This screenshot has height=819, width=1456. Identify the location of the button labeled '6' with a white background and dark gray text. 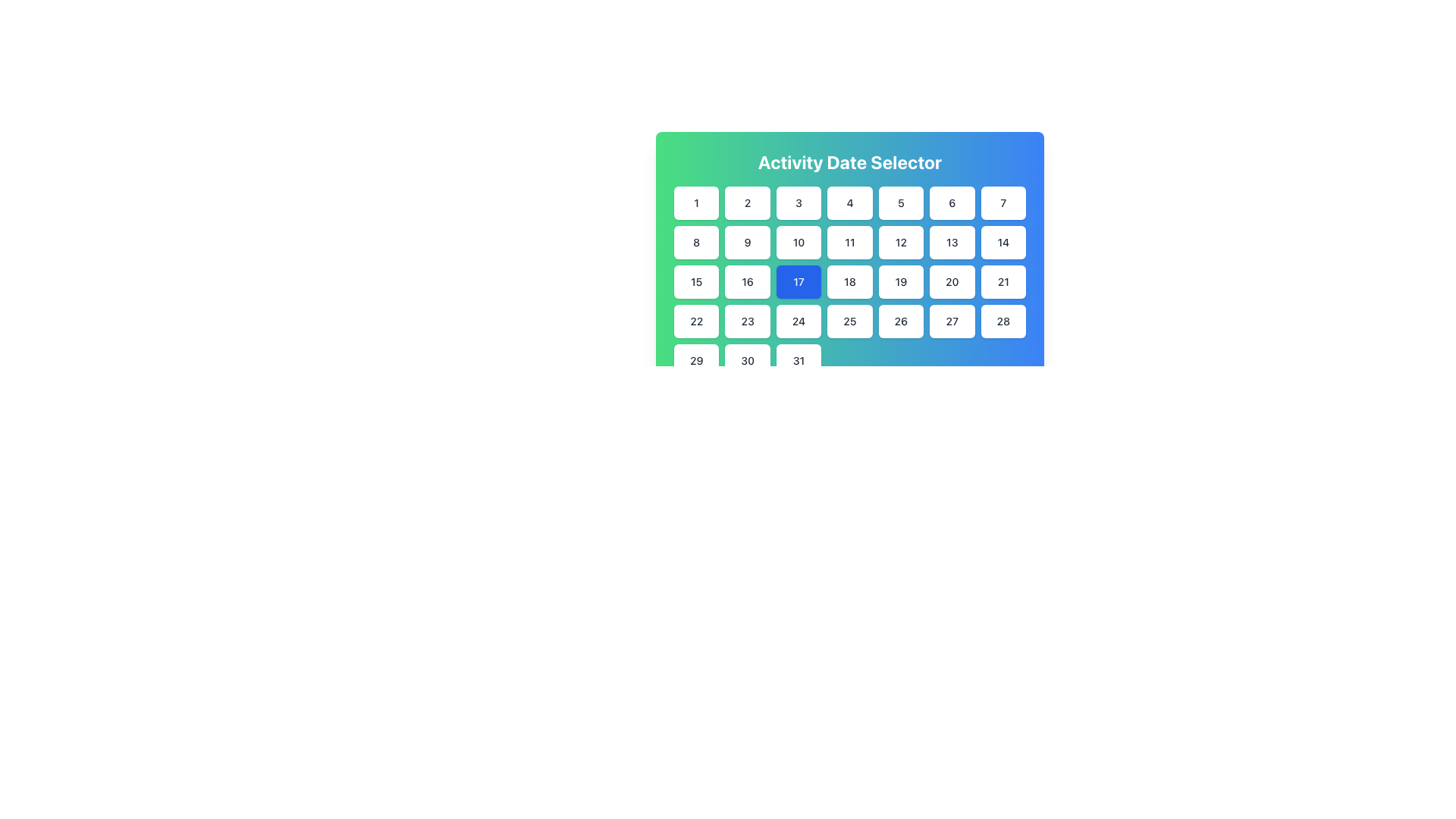
(951, 202).